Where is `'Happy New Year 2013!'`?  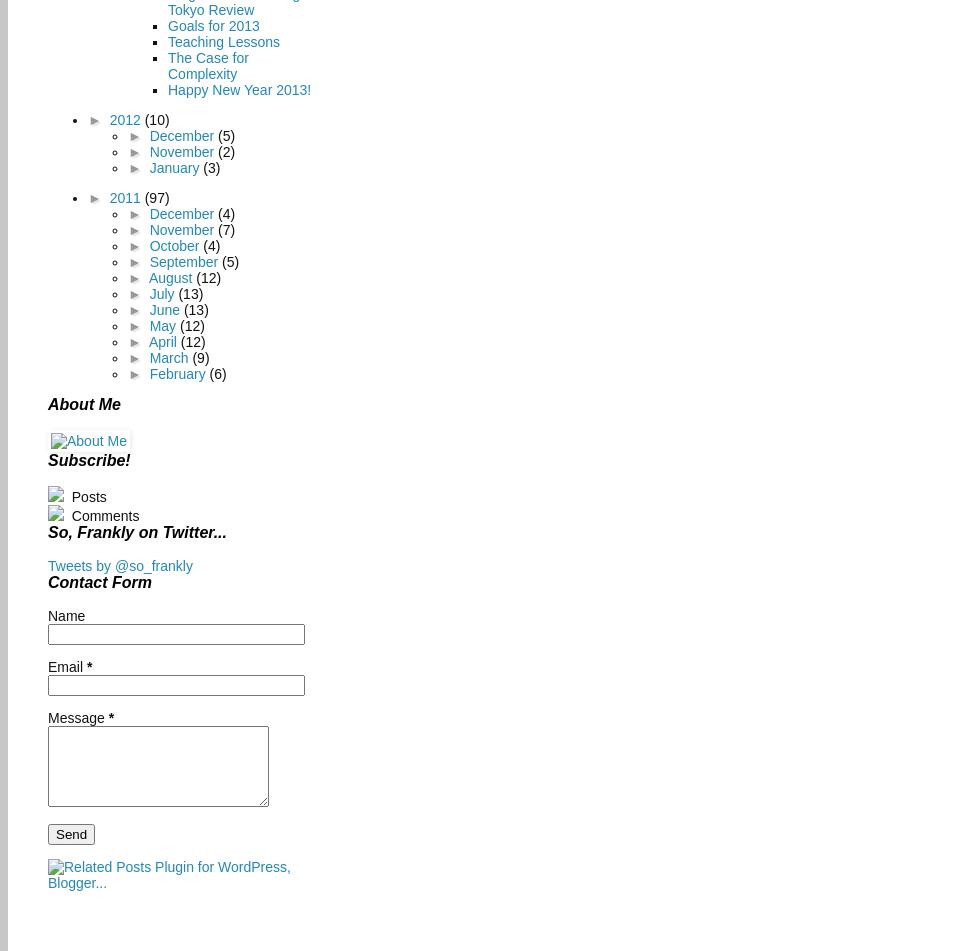
'Happy New Year 2013!' is located at coordinates (238, 89).